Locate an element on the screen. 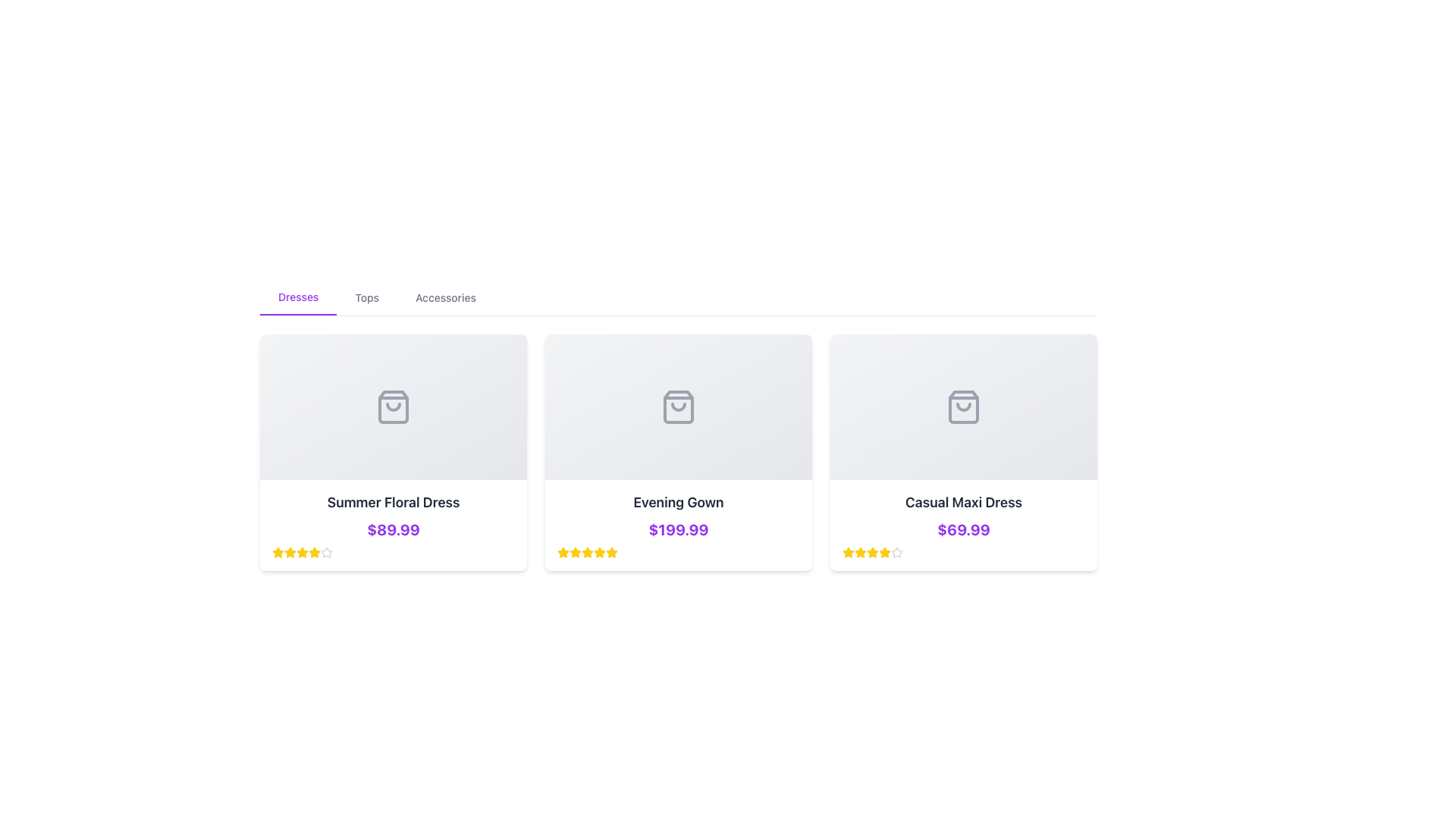  the price text label for the 'Evening Gown' product located in the center card below the product name and above the star ratings, if it is interactive is located at coordinates (677, 529).